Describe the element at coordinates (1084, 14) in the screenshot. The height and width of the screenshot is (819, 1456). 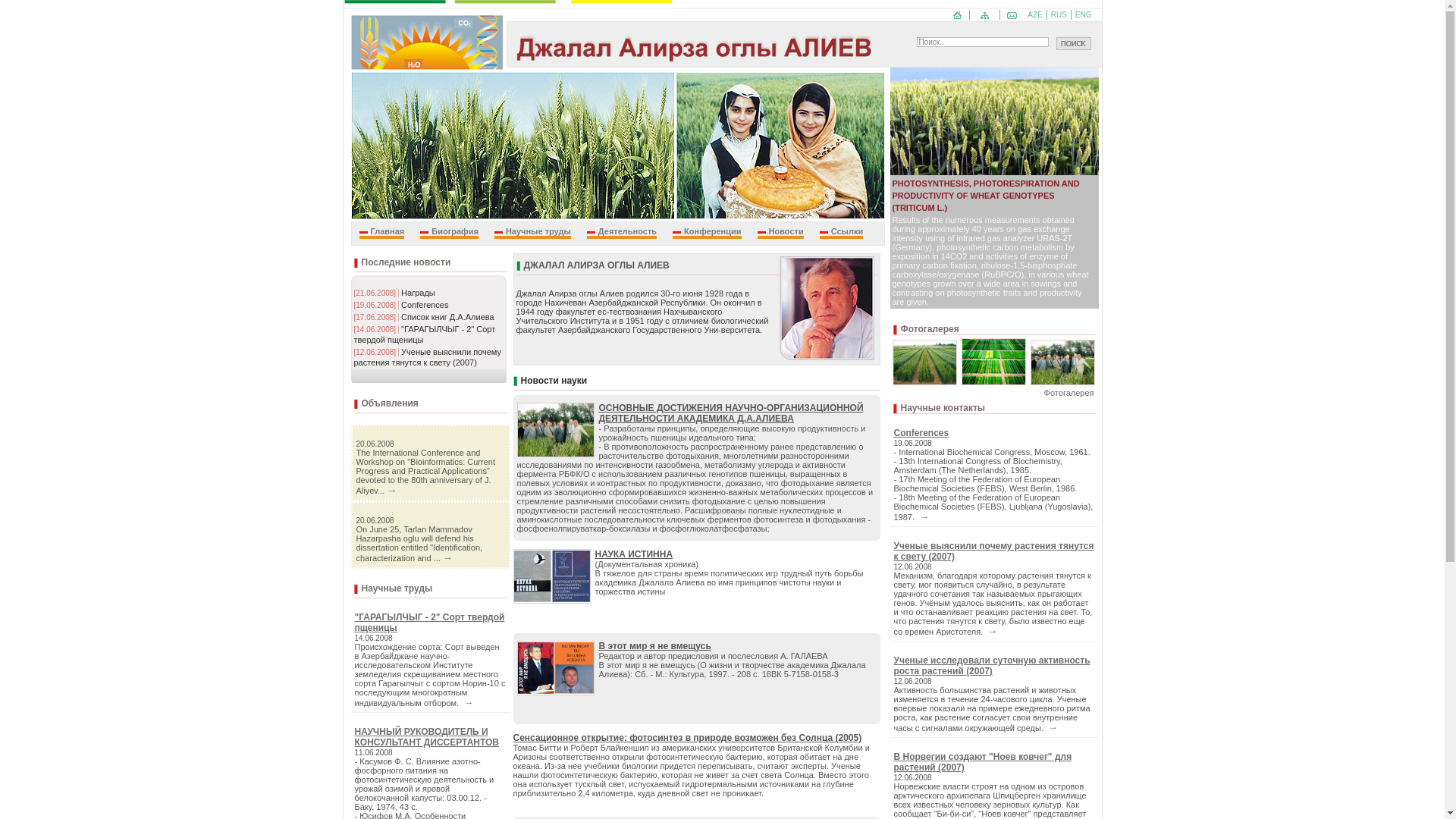
I see `'ENG'` at that location.